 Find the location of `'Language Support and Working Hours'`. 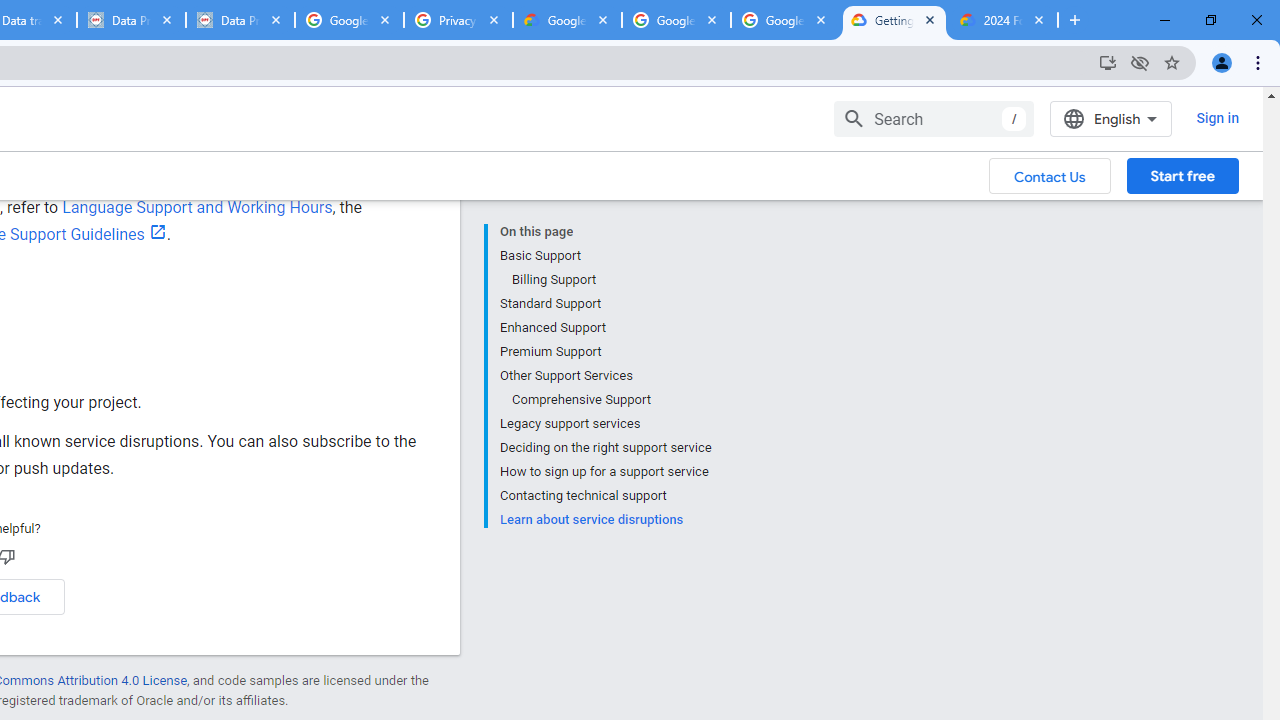

'Language Support and Working Hours' is located at coordinates (197, 207).